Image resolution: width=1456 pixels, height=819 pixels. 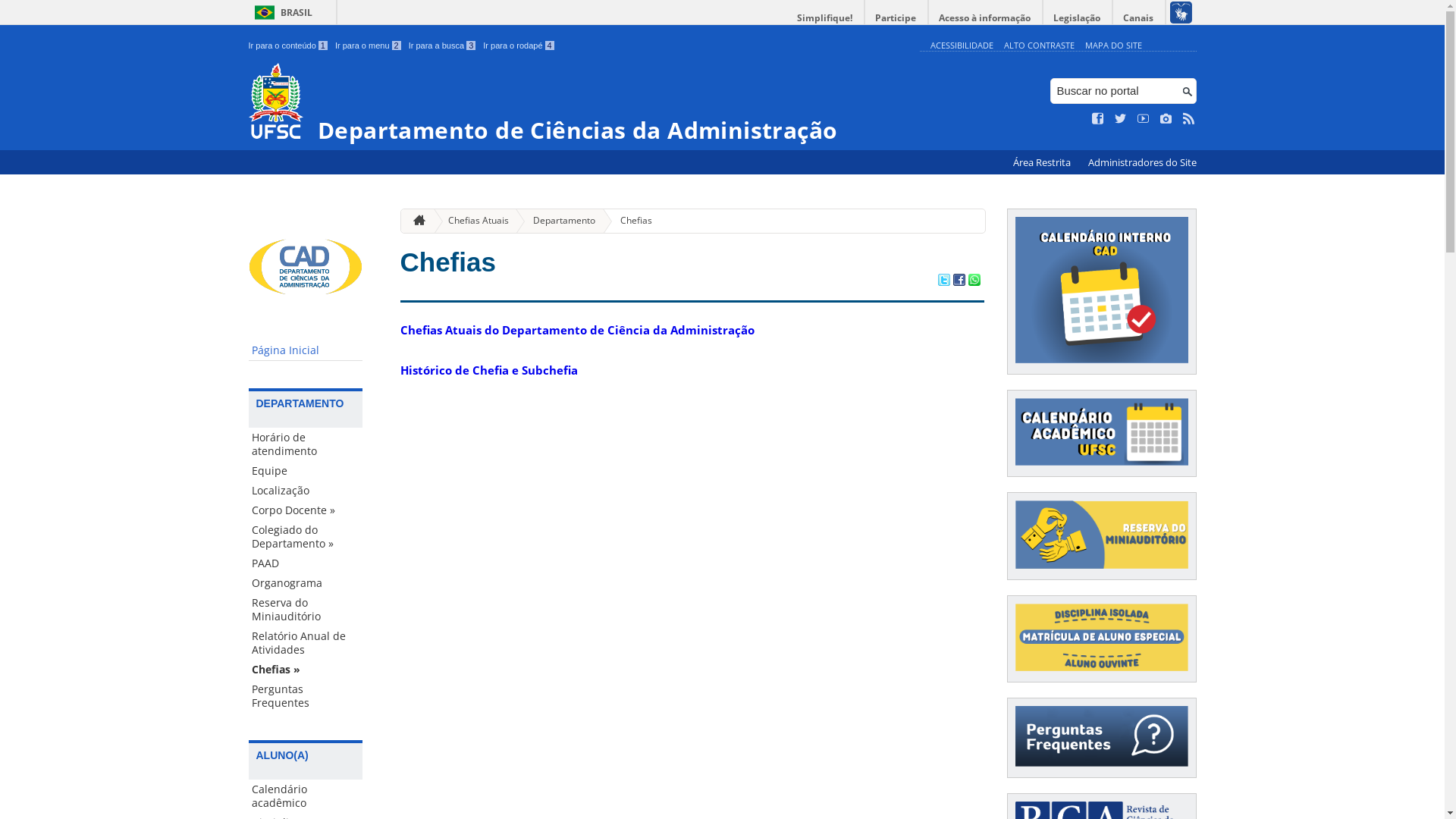 What do you see at coordinates (305, 563) in the screenshot?
I see `'PAAD'` at bounding box center [305, 563].